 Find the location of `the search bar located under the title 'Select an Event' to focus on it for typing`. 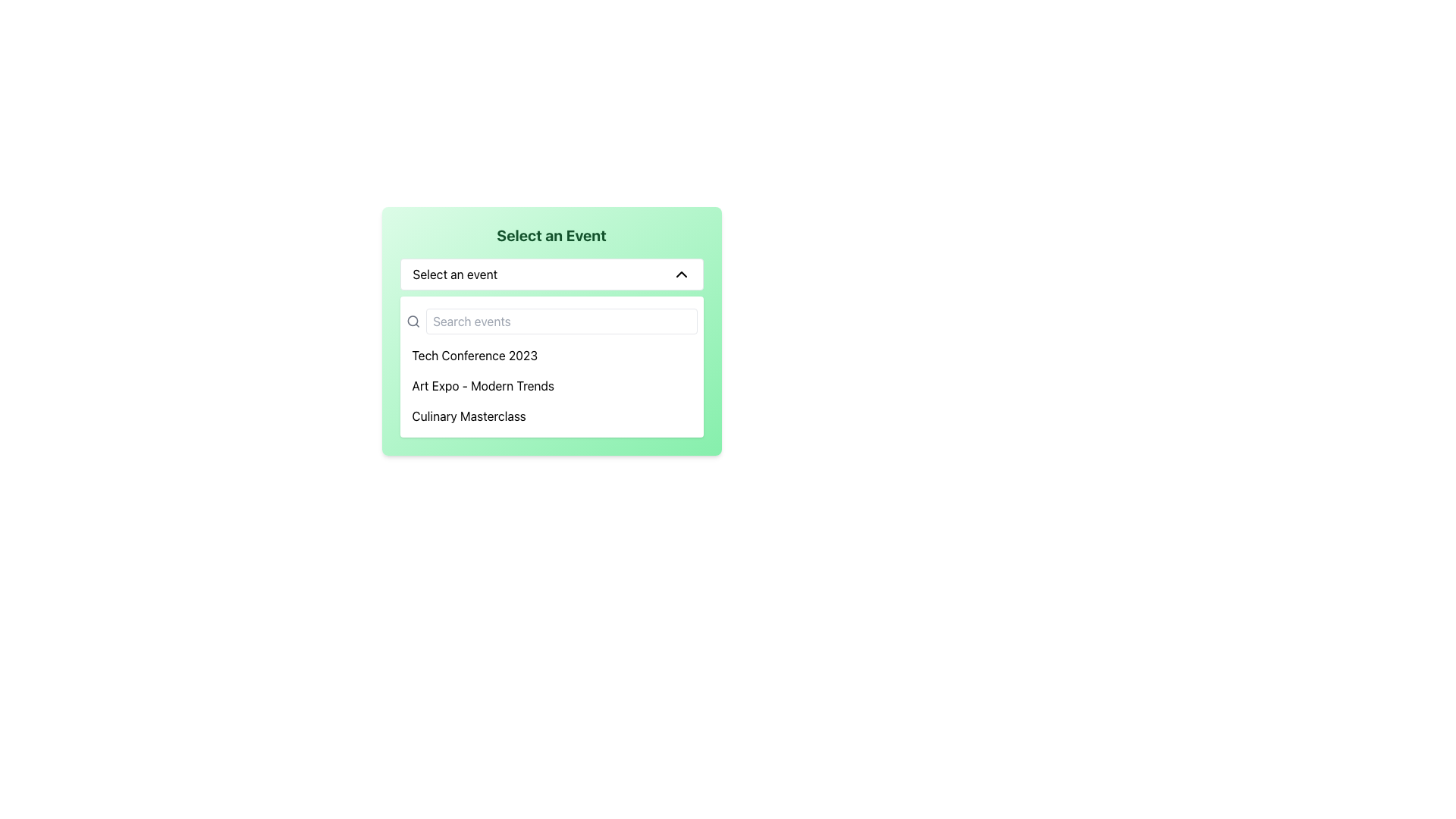

the search bar located under the title 'Select an Event' to focus on it for typing is located at coordinates (560, 321).